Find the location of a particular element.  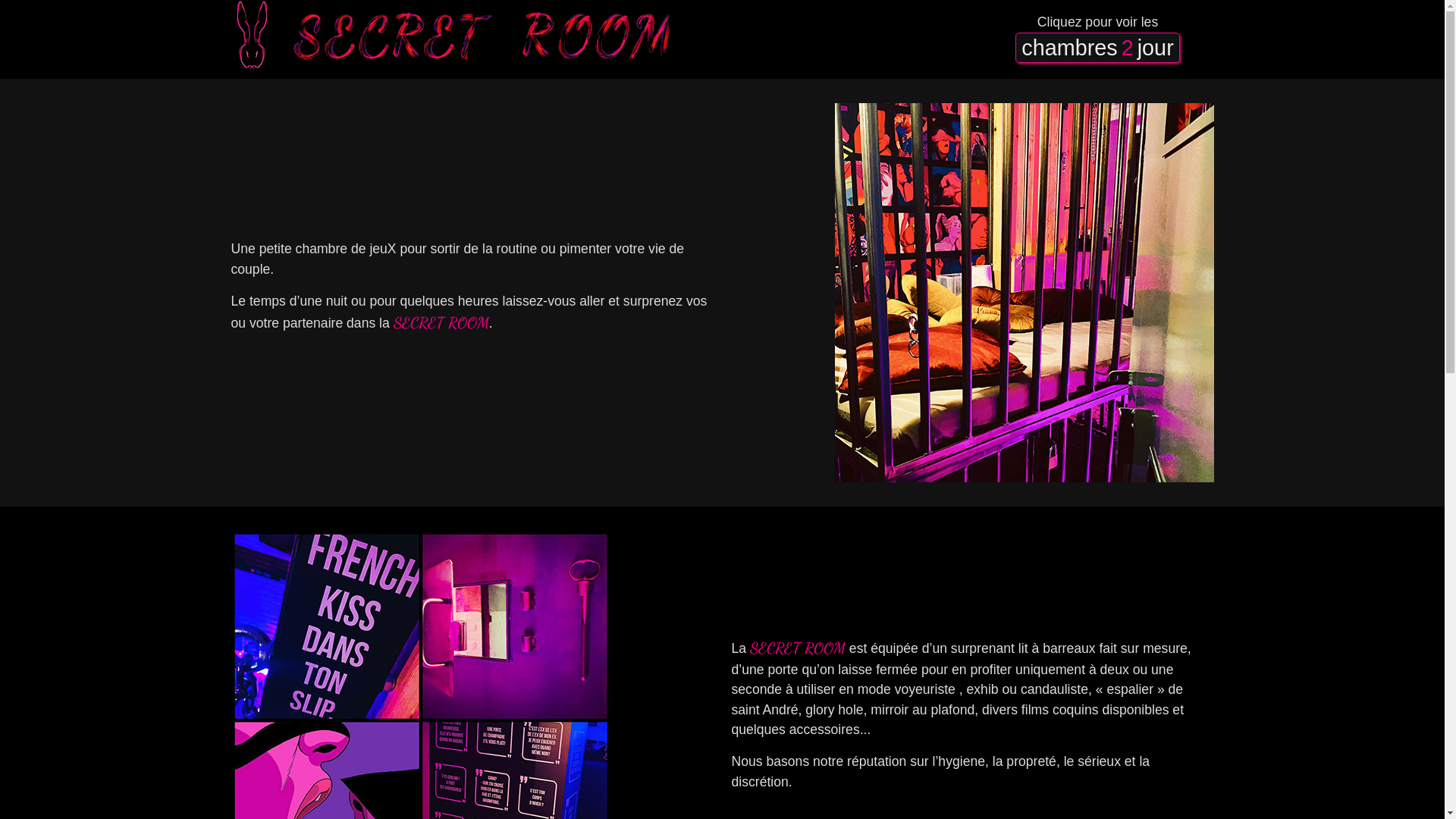

'chambres2jour' is located at coordinates (1097, 46).